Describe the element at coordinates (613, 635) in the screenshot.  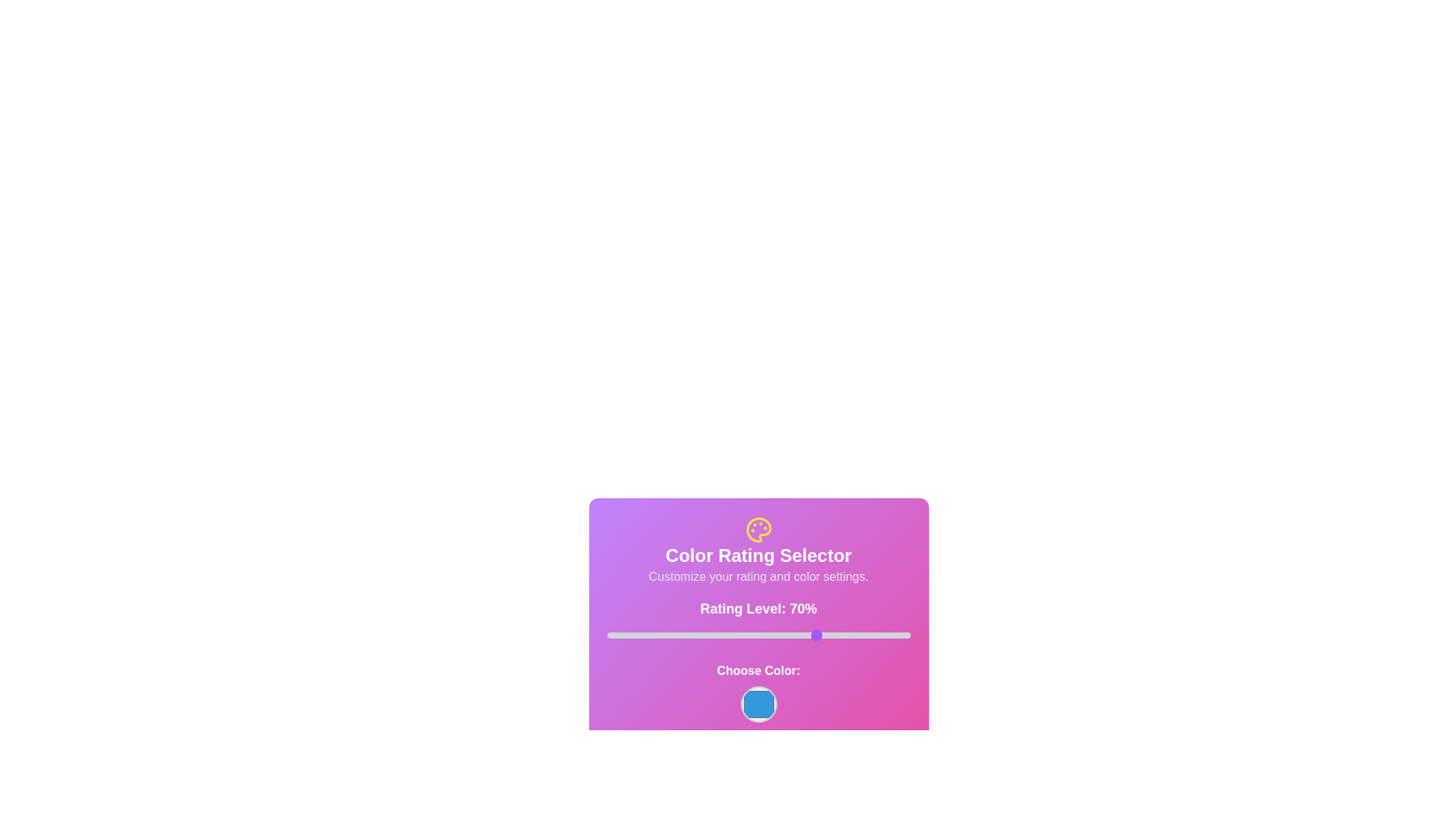
I see `the slider to set the rating to 2` at that location.